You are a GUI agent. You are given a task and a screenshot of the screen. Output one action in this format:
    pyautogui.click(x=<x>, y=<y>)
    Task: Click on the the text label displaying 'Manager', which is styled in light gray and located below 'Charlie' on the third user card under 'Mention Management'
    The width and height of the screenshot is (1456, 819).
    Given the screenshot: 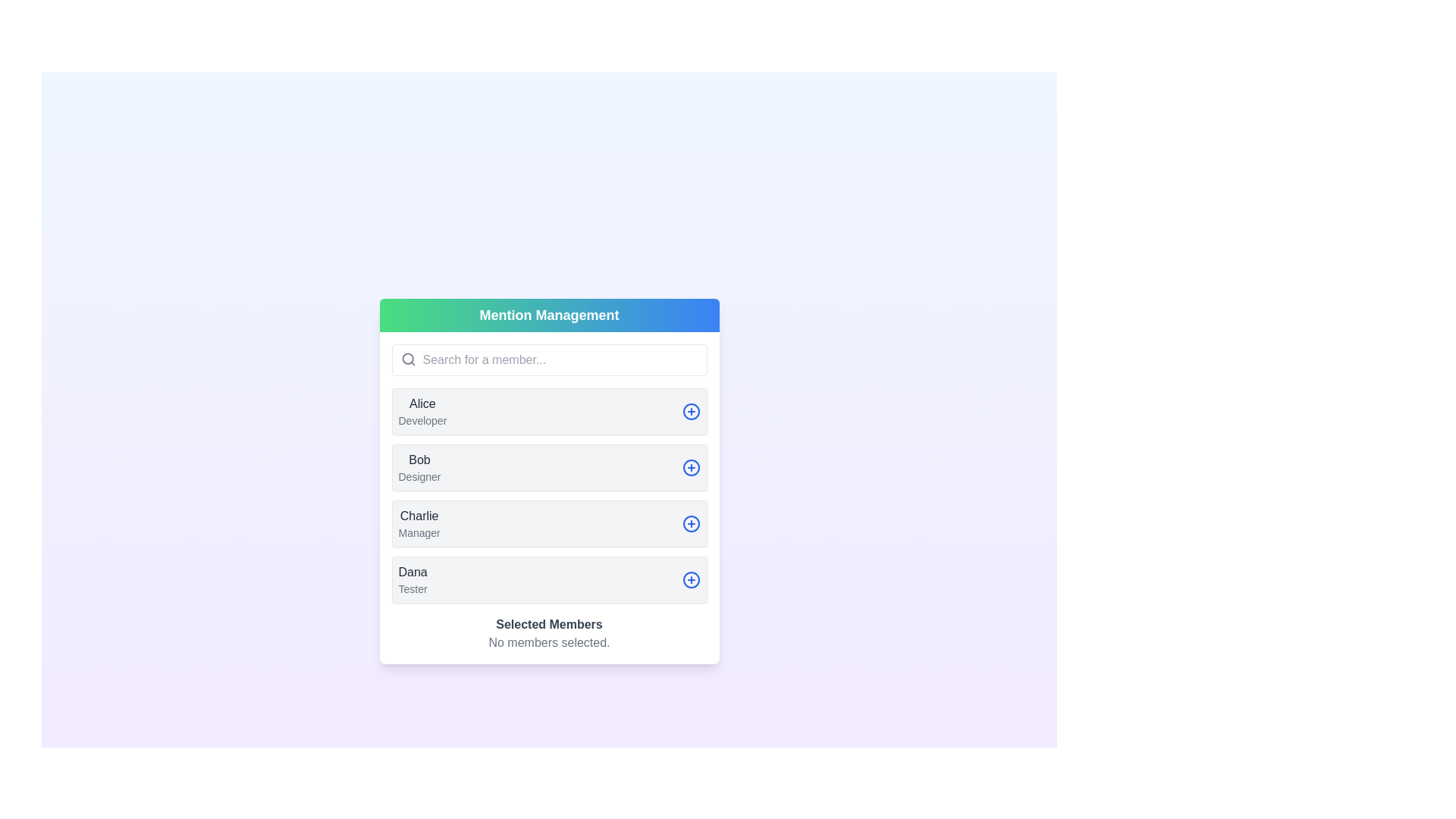 What is the action you would take?
    pyautogui.click(x=419, y=532)
    